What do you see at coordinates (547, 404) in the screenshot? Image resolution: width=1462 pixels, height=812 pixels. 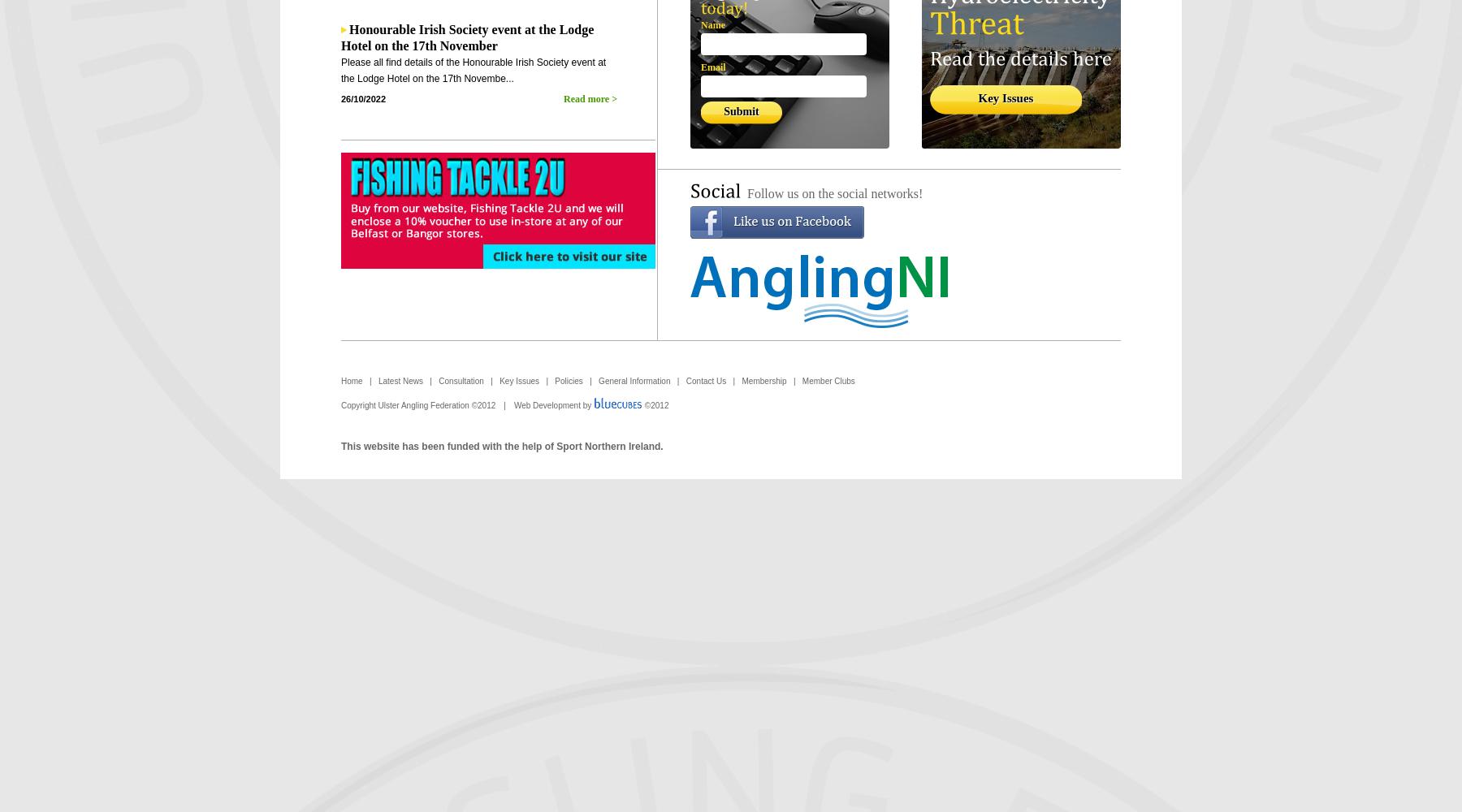 I see `'Web Development'` at bounding box center [547, 404].